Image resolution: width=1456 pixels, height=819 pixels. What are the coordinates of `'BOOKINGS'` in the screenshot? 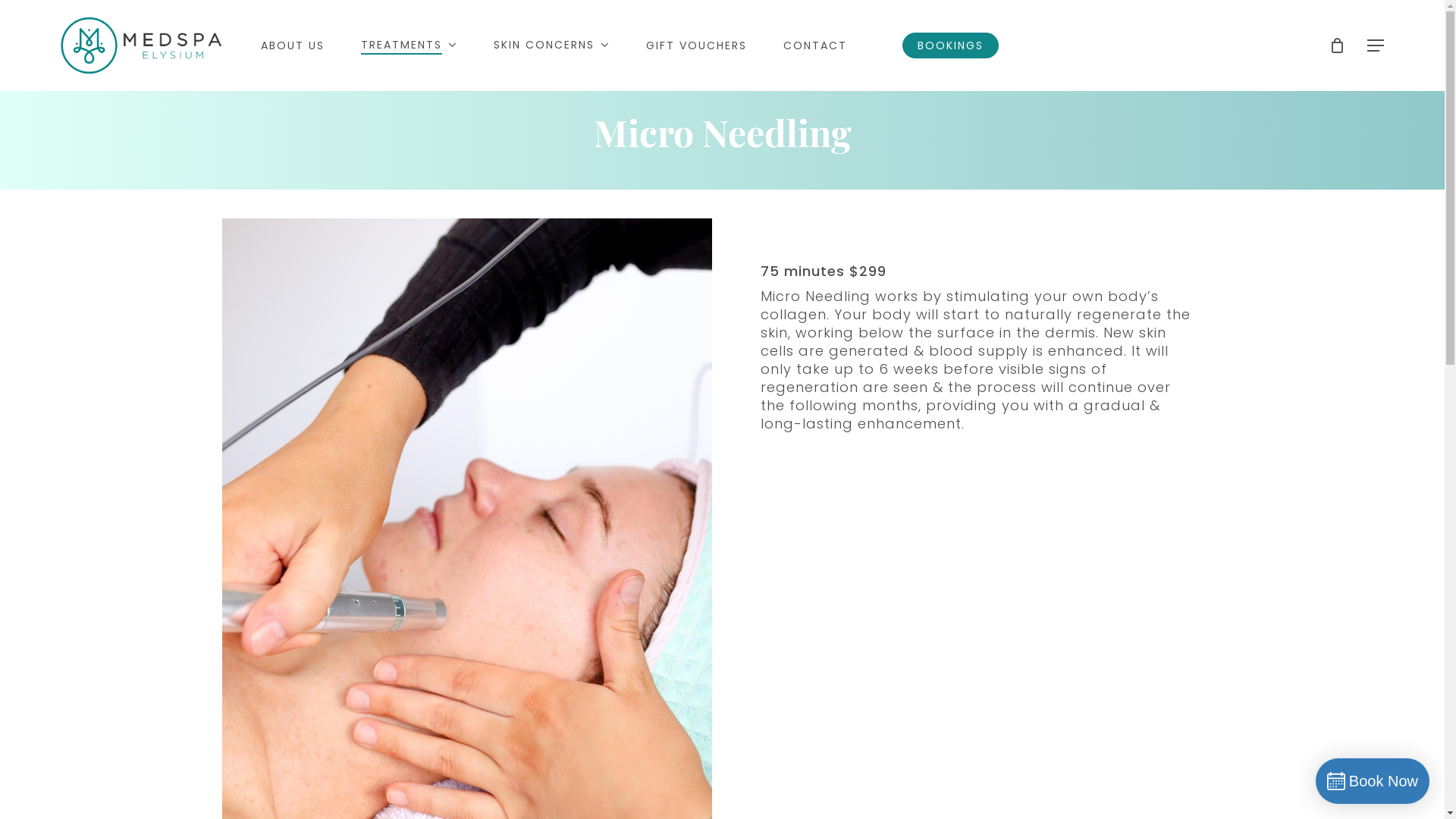 It's located at (902, 45).